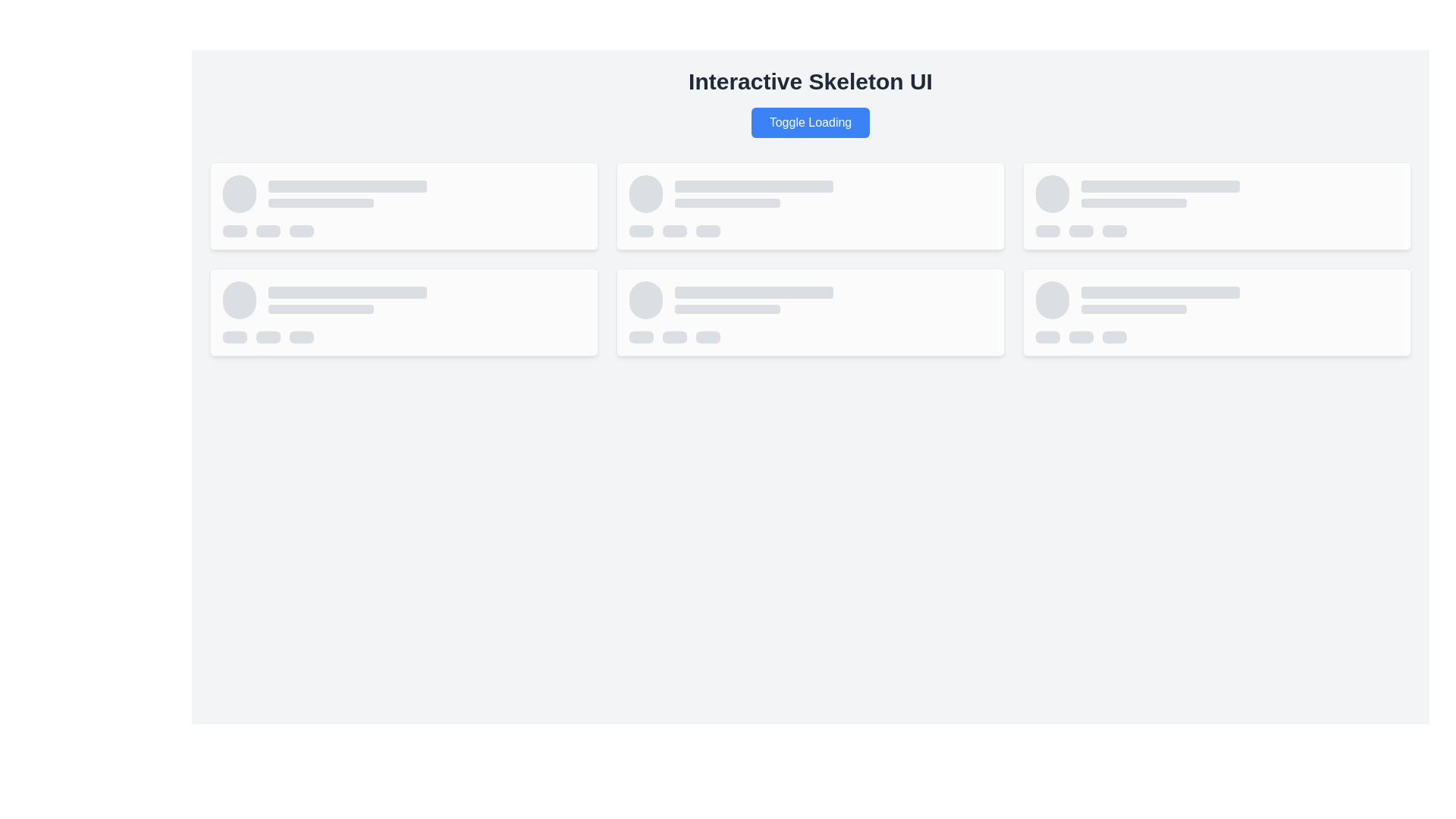 The image size is (1456, 819). What do you see at coordinates (810, 122) in the screenshot?
I see `the toggle button located below the heading 'Interactive Skeleton UI'` at bounding box center [810, 122].